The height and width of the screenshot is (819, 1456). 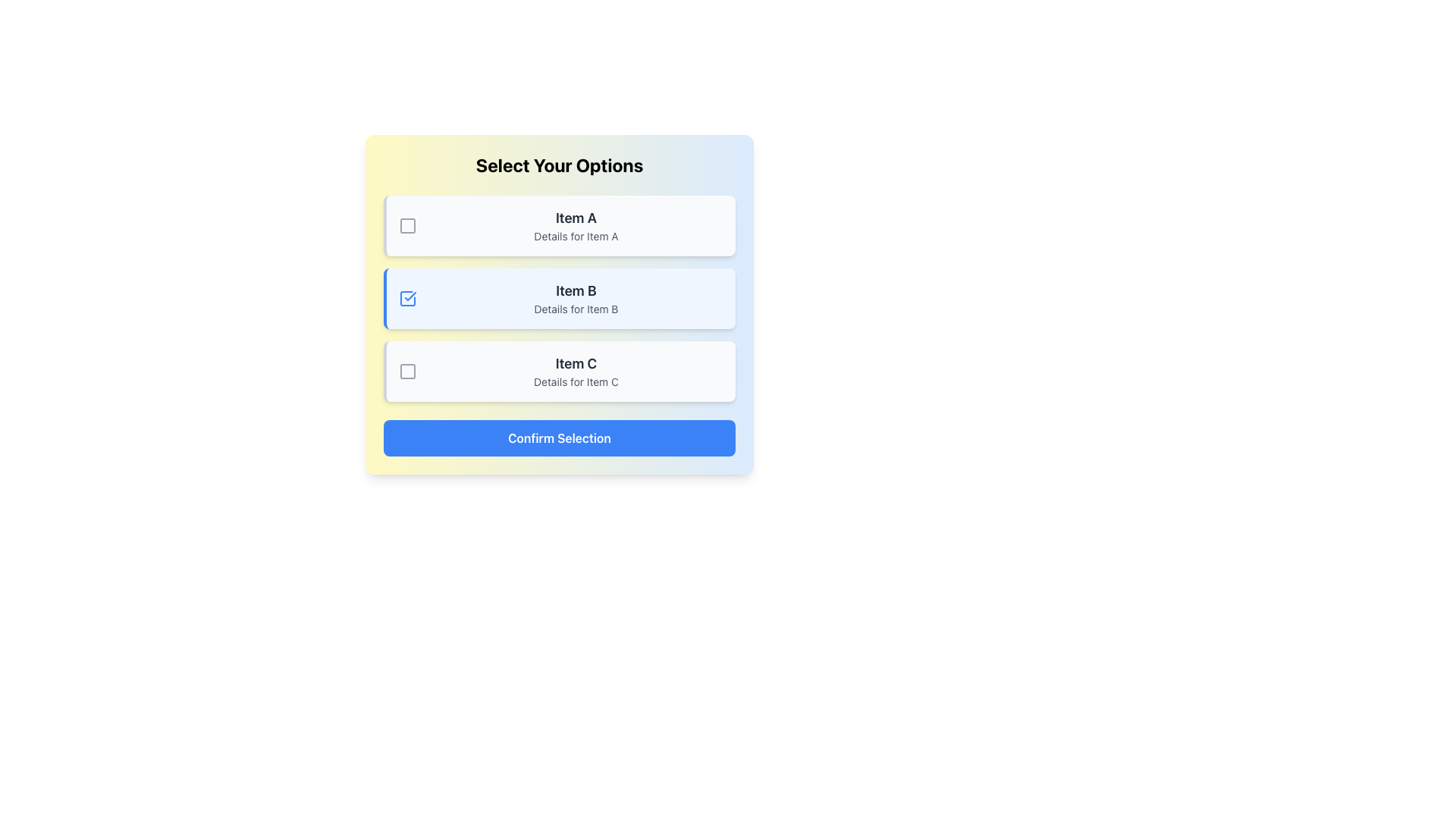 What do you see at coordinates (575, 309) in the screenshot?
I see `text displayed in the Text Label below the heading 'Item B' in the card associated with 'Item B', which provides additional context or details` at bounding box center [575, 309].